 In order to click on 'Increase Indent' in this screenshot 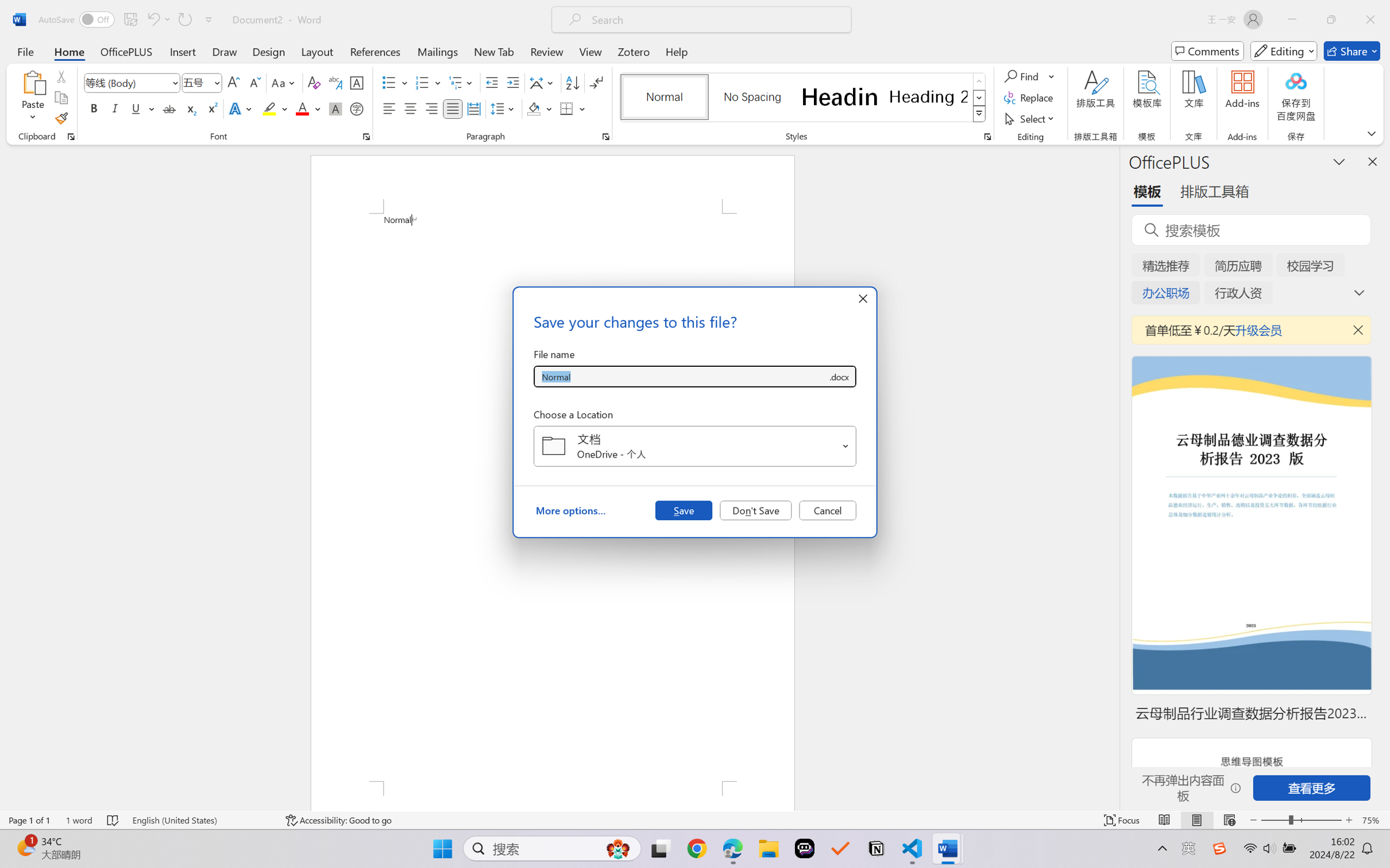, I will do `click(512, 83)`.